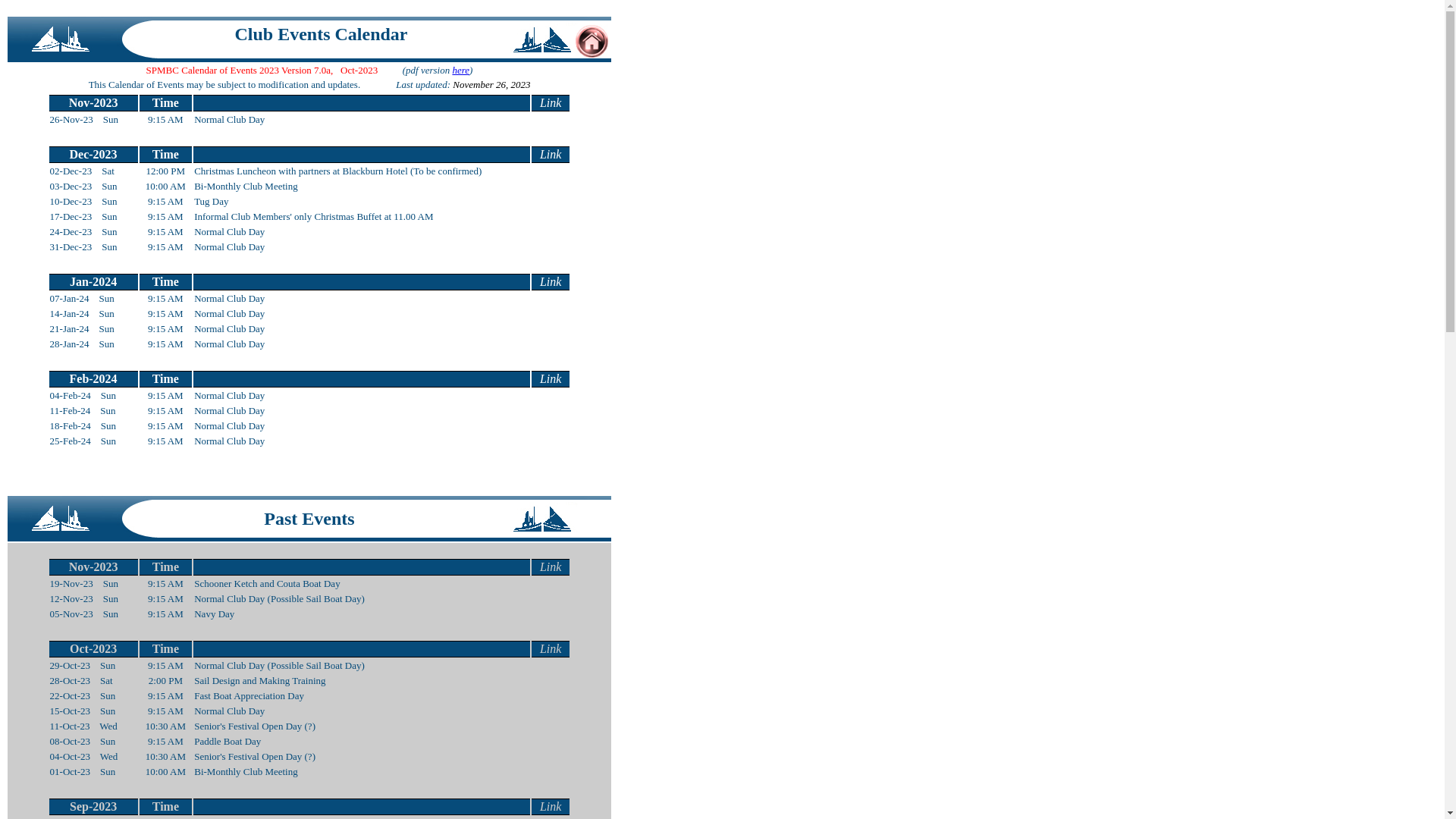  I want to click on 'here', so click(450, 70).